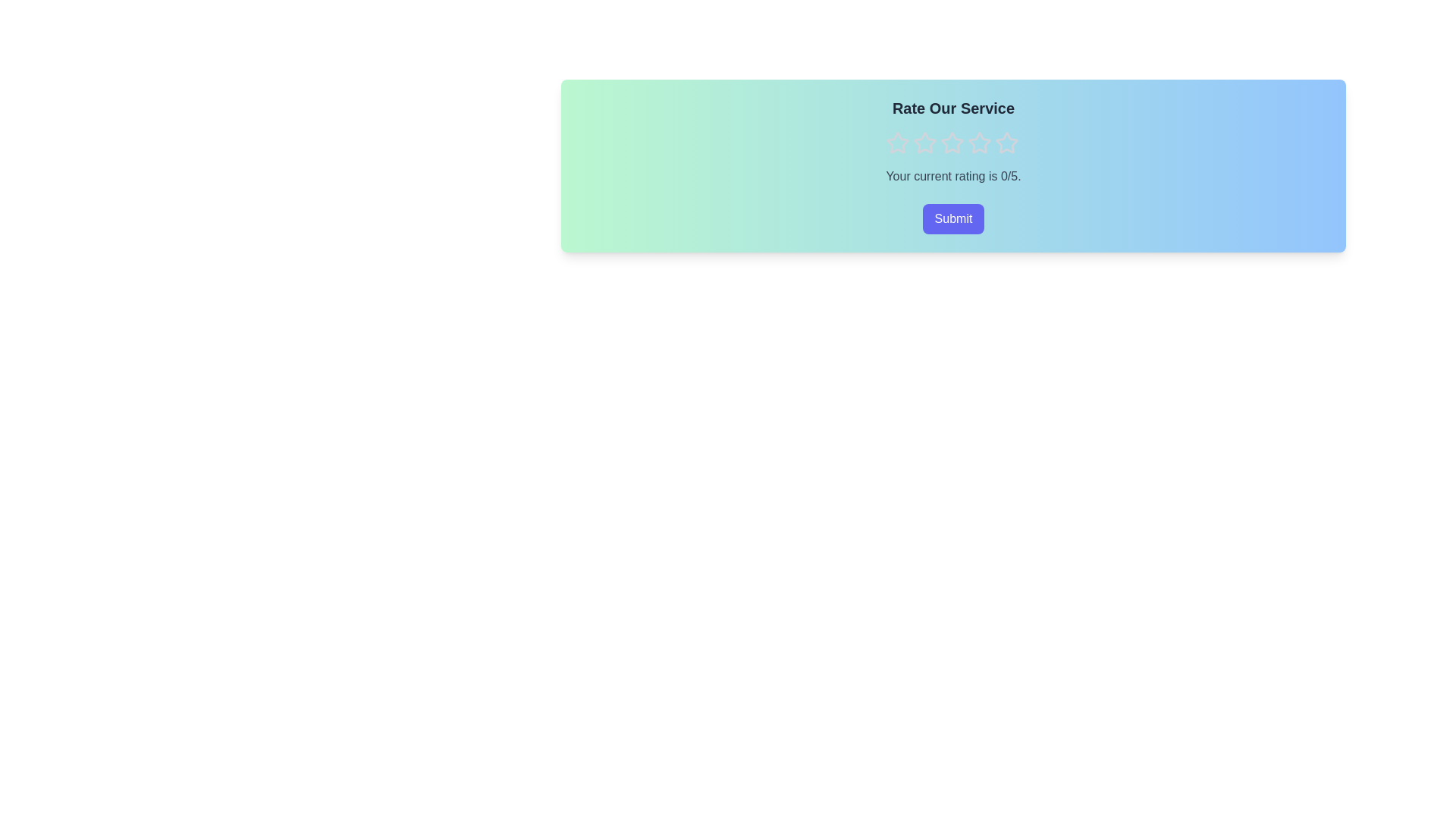  What do you see at coordinates (952, 219) in the screenshot?
I see `'Submit' button to confirm the rating` at bounding box center [952, 219].